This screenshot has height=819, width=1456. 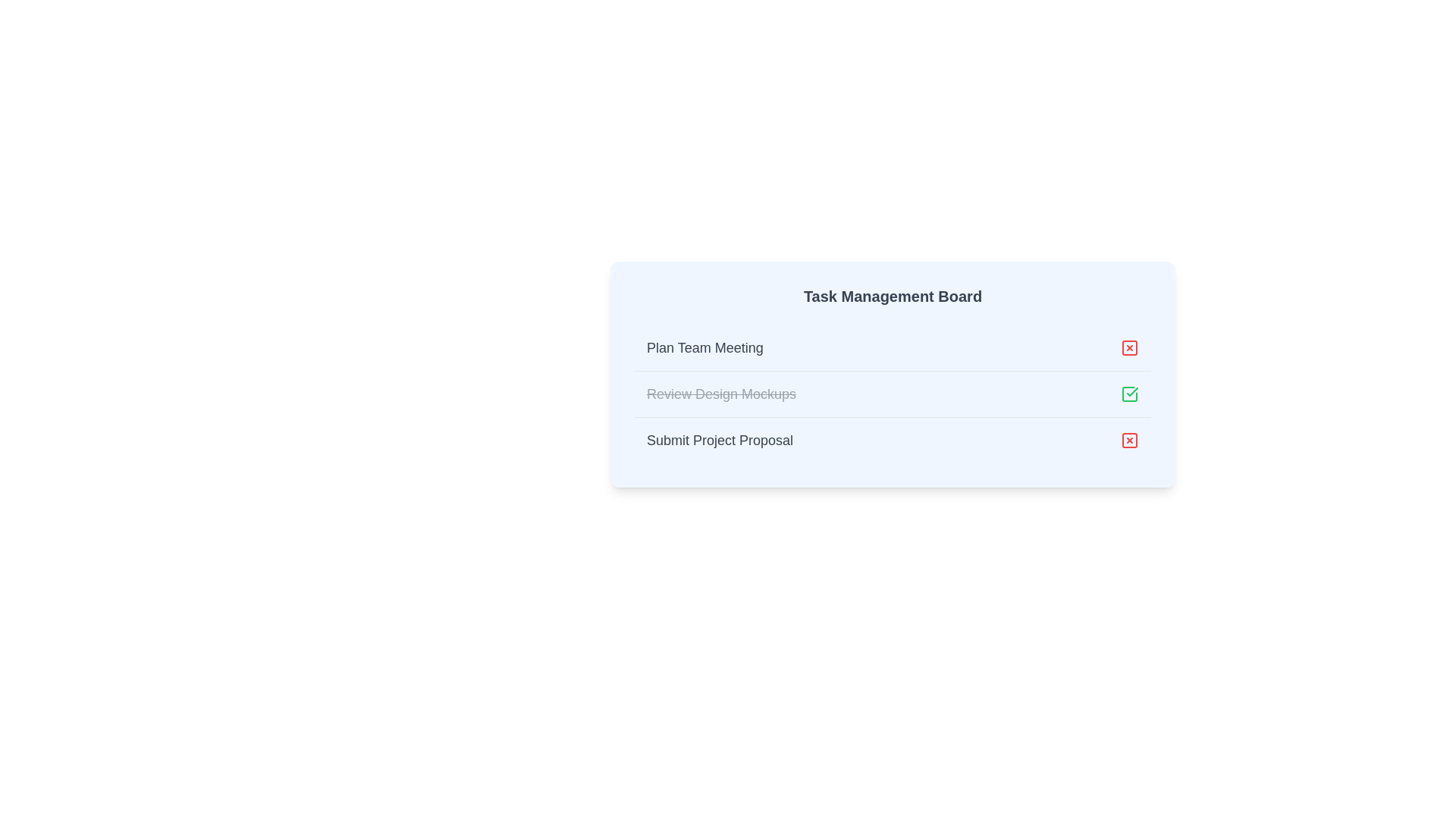 What do you see at coordinates (704, 348) in the screenshot?
I see `text of the task title label located in the task management interface, which is the first text entry in the vertical task list and aligned with a red 'X' icon` at bounding box center [704, 348].